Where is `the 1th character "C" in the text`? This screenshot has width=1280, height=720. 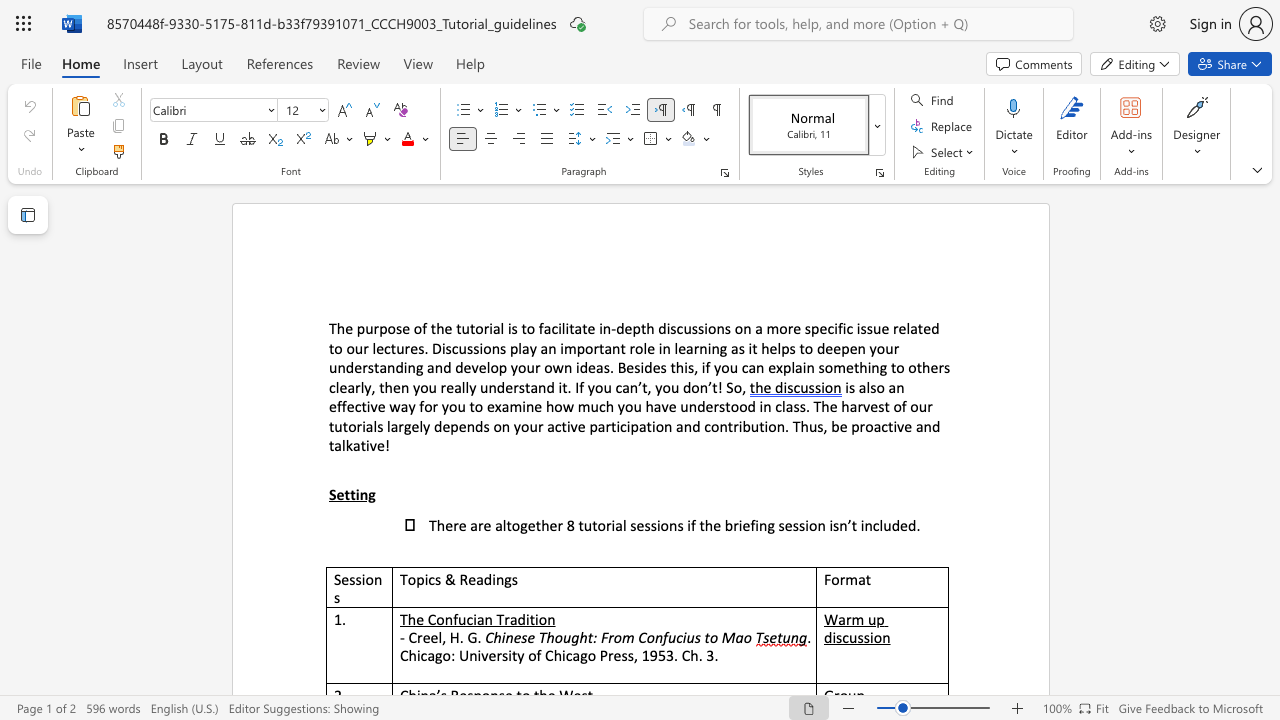 the 1th character "C" in the text is located at coordinates (431, 618).